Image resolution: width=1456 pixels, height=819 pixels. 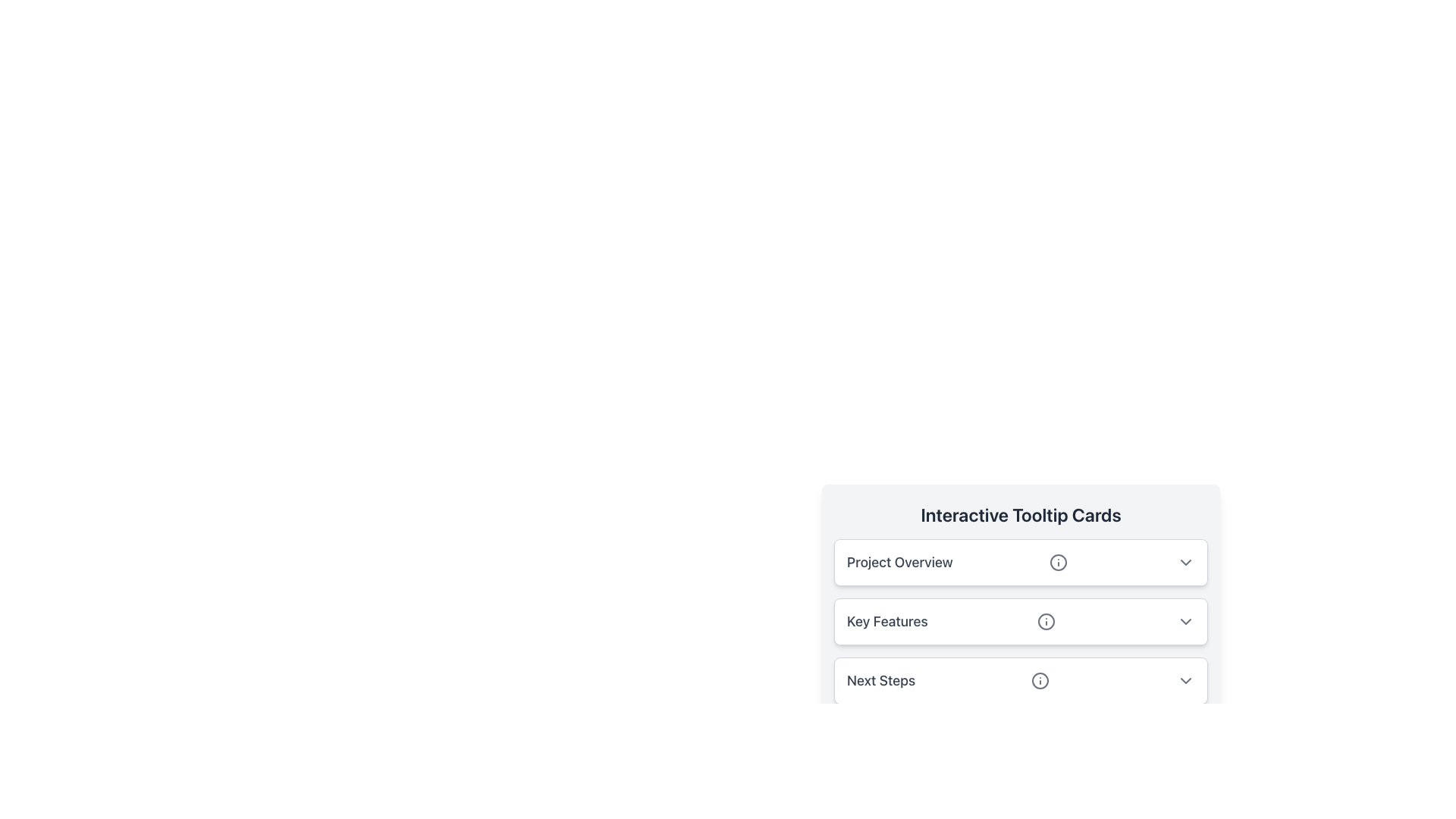 What do you see at coordinates (1045, 622) in the screenshot?
I see `the circular icon in the 'Key Features' section` at bounding box center [1045, 622].